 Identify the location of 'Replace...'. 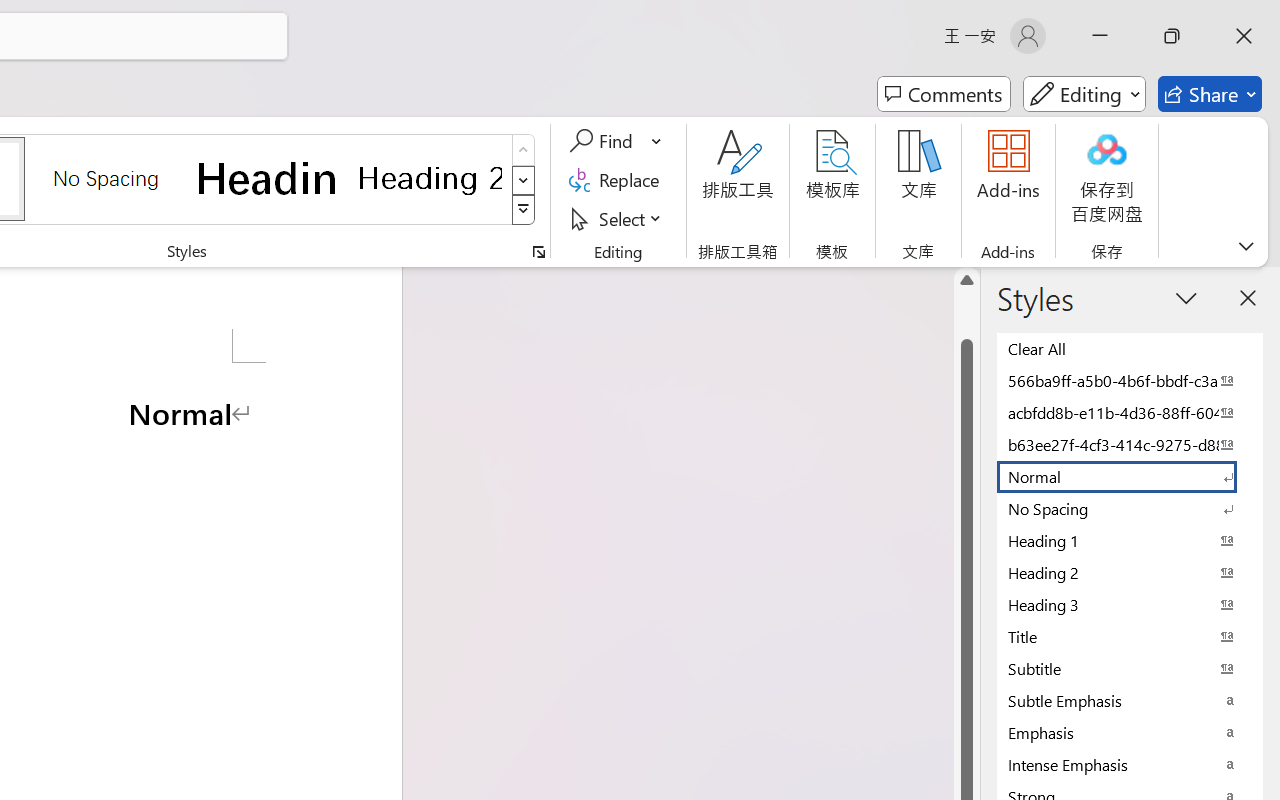
(616, 179).